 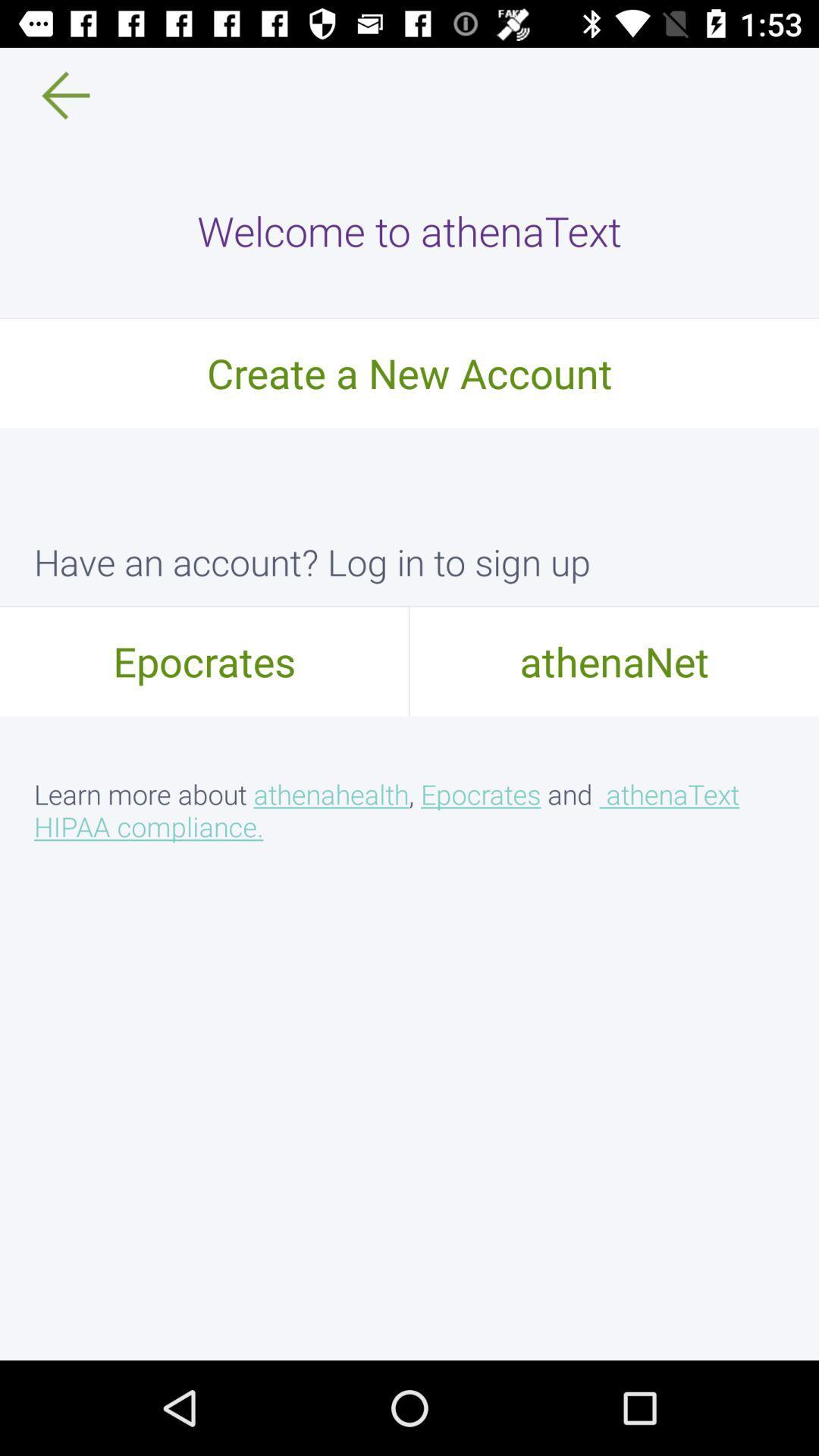 I want to click on the create a new item, so click(x=409, y=372).